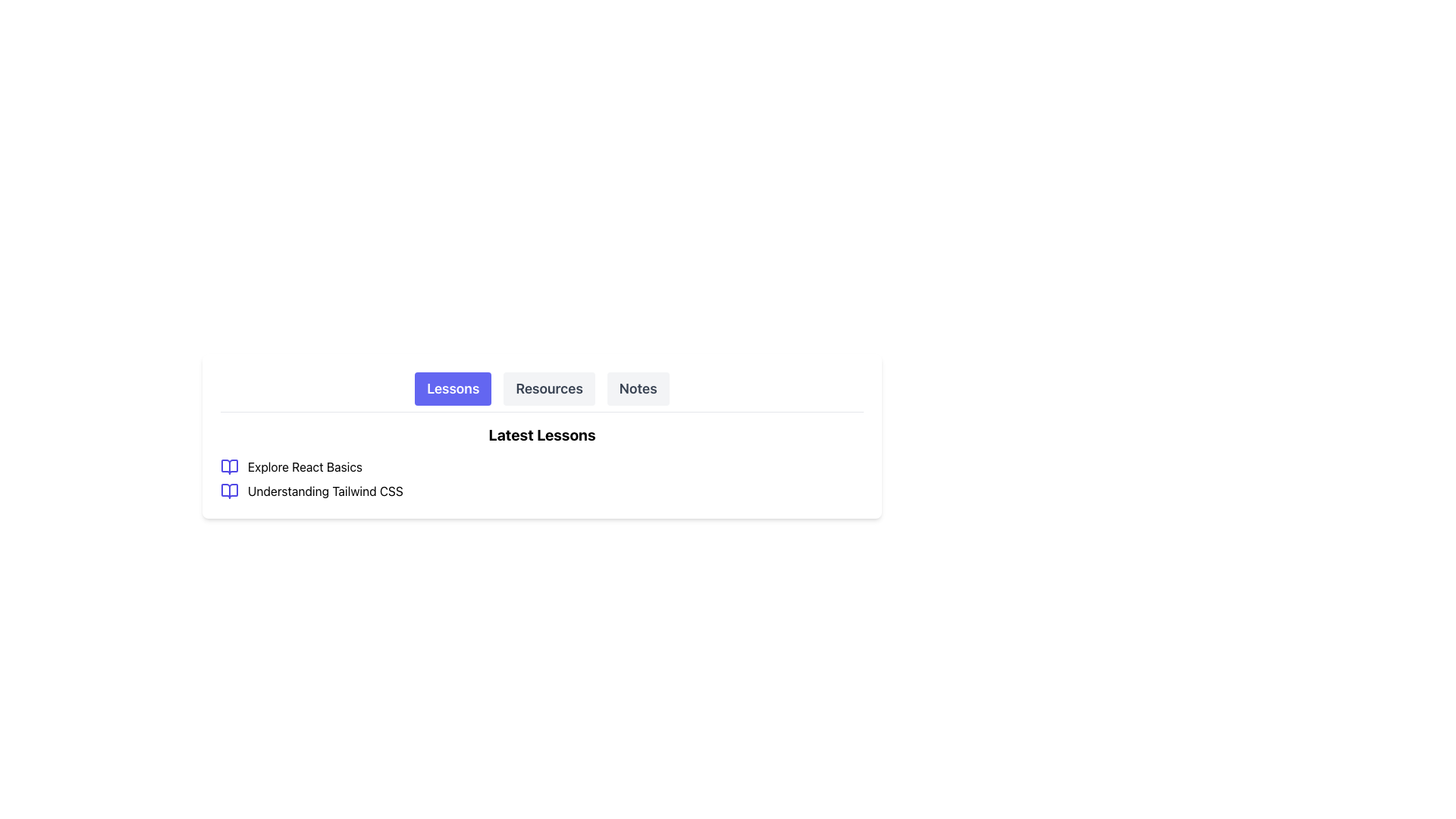 This screenshot has width=1456, height=819. I want to click on the 'Resources' button, which is the second button in a horizontal arrangement of three buttons, so click(548, 388).